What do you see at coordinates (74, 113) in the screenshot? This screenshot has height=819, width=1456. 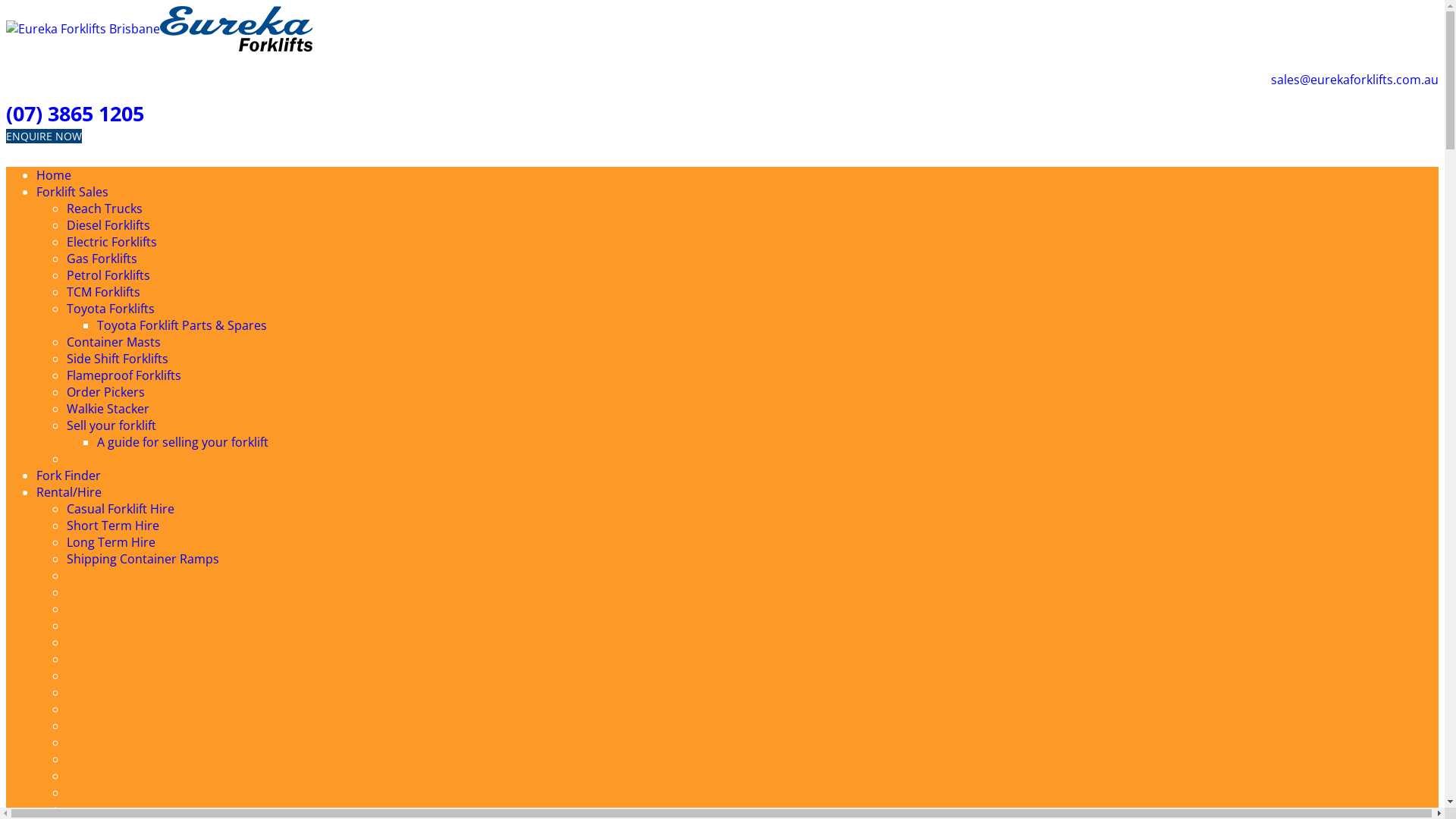 I see `'(07) 3865 1205'` at bounding box center [74, 113].